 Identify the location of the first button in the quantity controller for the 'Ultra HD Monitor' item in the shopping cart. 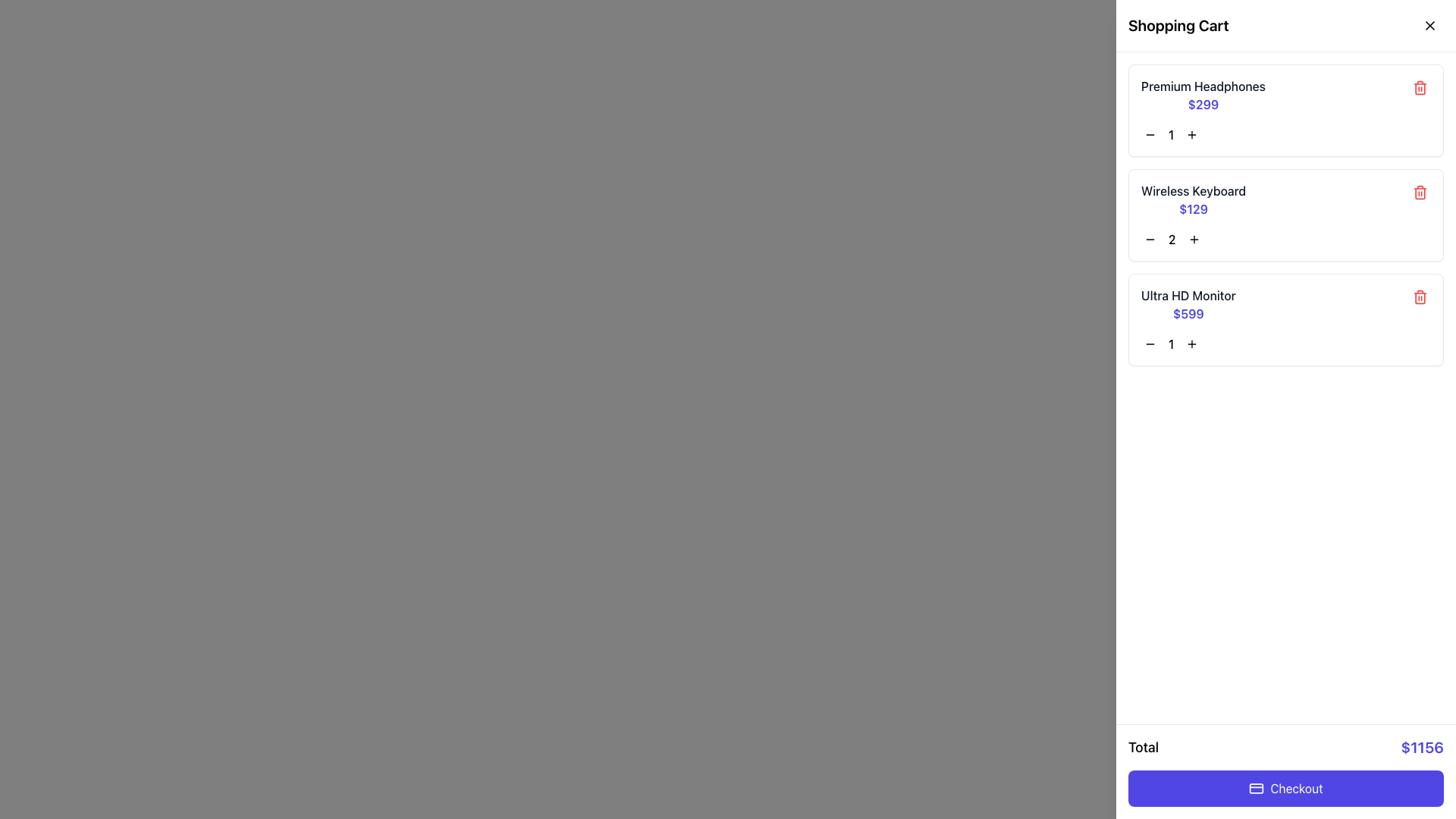
(1150, 344).